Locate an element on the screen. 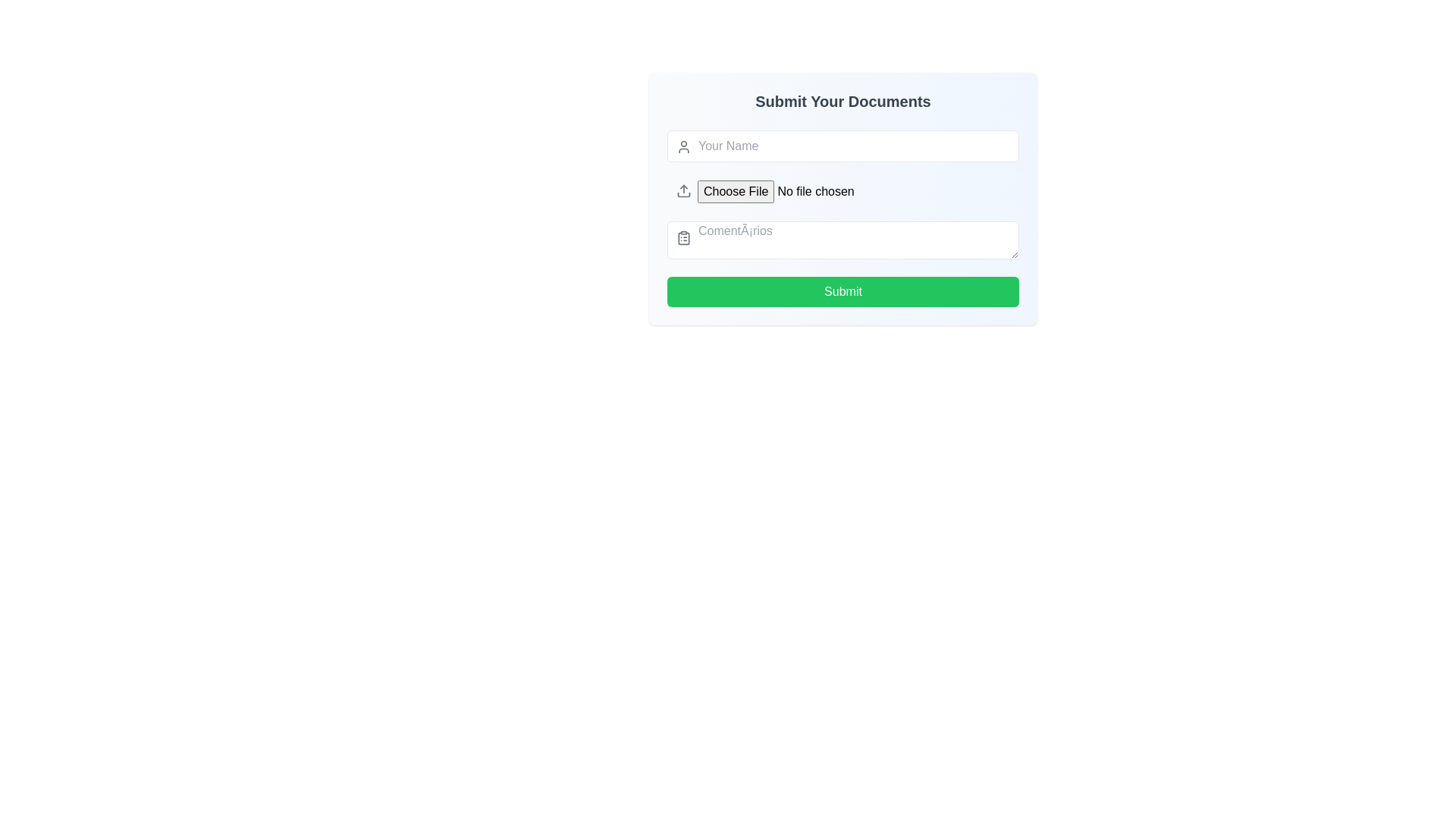 The image size is (1456, 819). the SVG graphical object representing the main body of the clipboard icon located in the upper-left corner of the 'Comentarios' textbox is located at coordinates (683, 237).